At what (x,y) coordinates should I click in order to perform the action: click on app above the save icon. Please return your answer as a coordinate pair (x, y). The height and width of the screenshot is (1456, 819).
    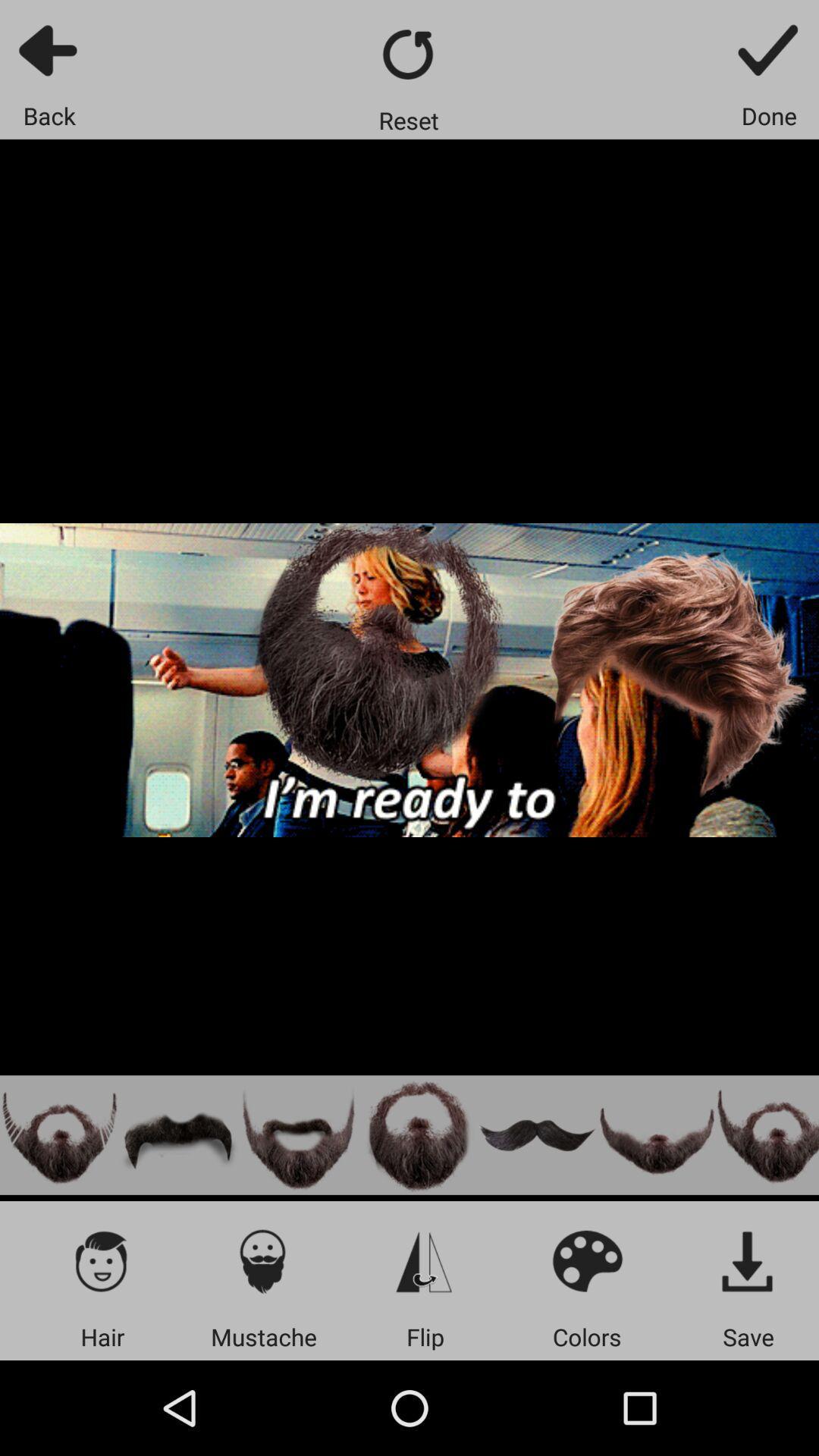
    Looking at the image, I should click on (748, 1260).